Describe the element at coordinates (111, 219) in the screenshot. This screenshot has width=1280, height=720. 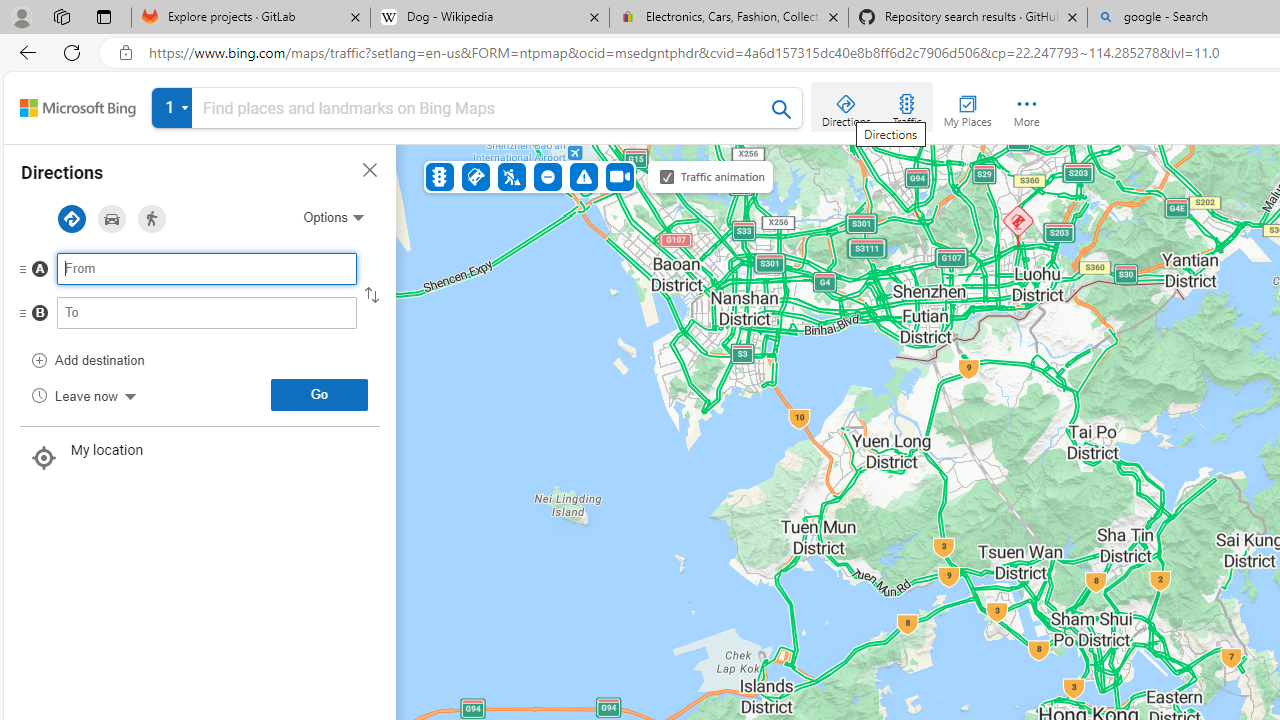
I see `'Driving'` at that location.